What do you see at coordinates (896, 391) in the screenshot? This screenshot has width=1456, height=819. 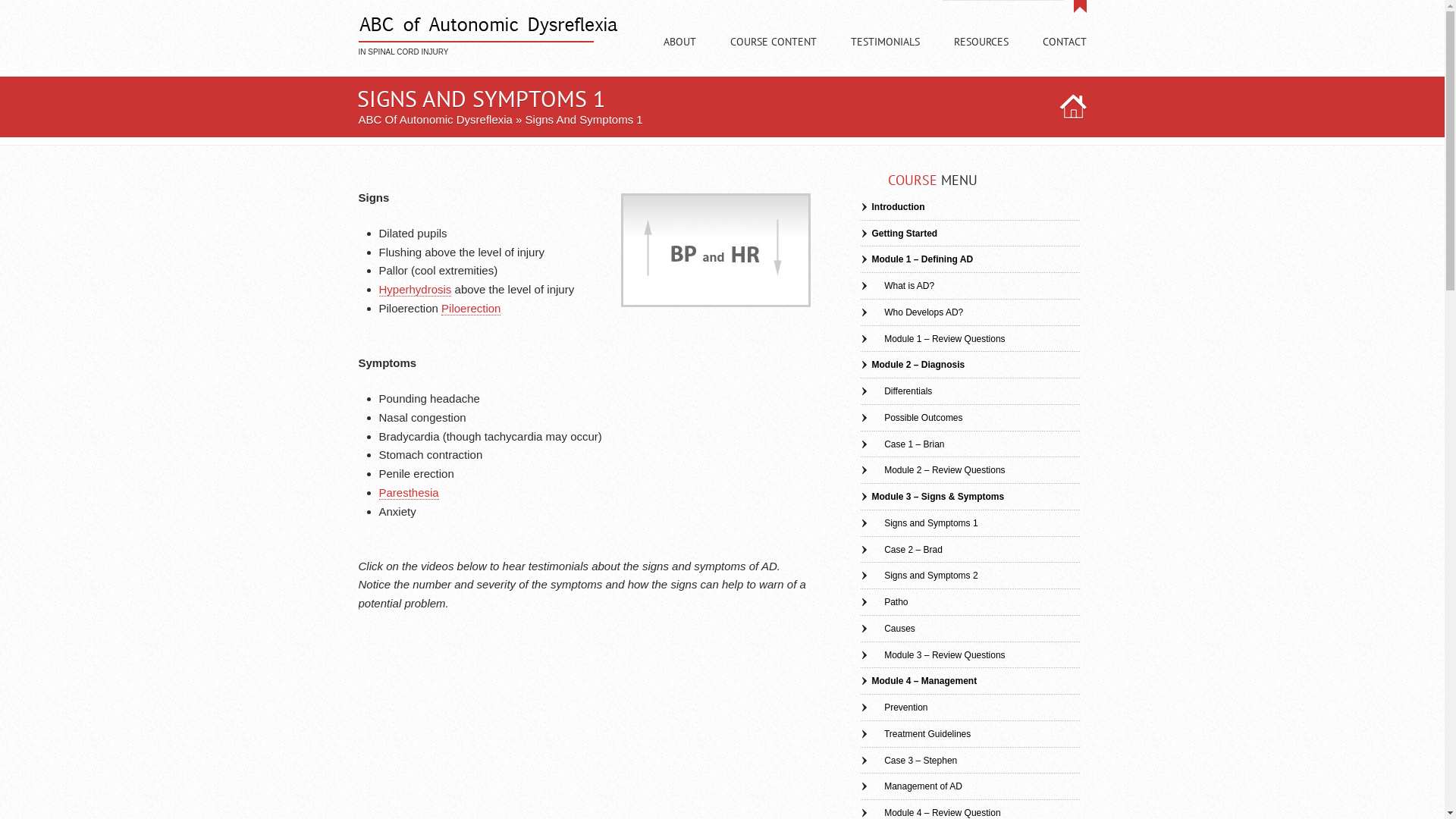 I see `'     Differentials'` at bounding box center [896, 391].